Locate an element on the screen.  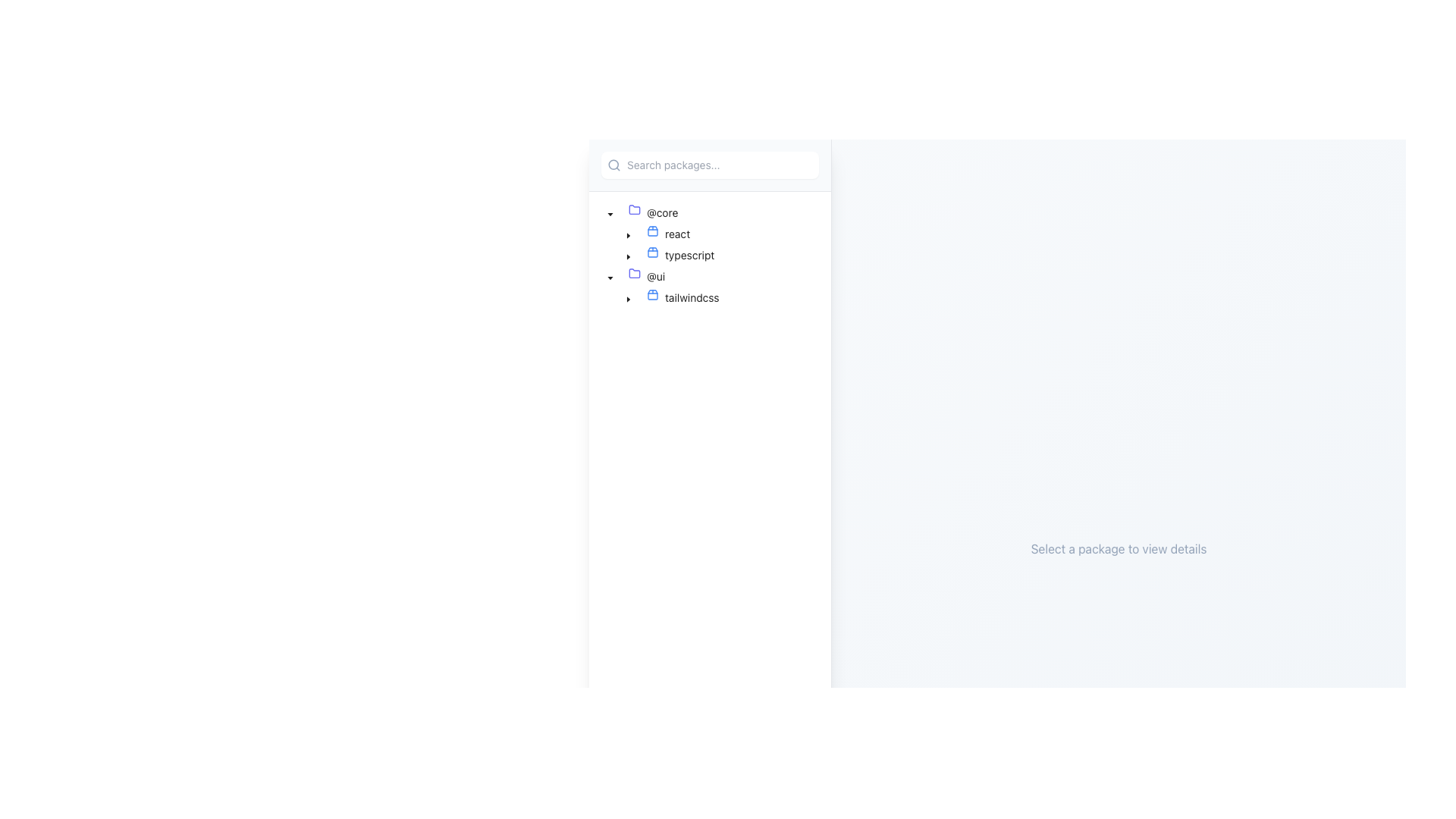
the icon representing the 'typescript' package in the tree structure is located at coordinates (652, 251).